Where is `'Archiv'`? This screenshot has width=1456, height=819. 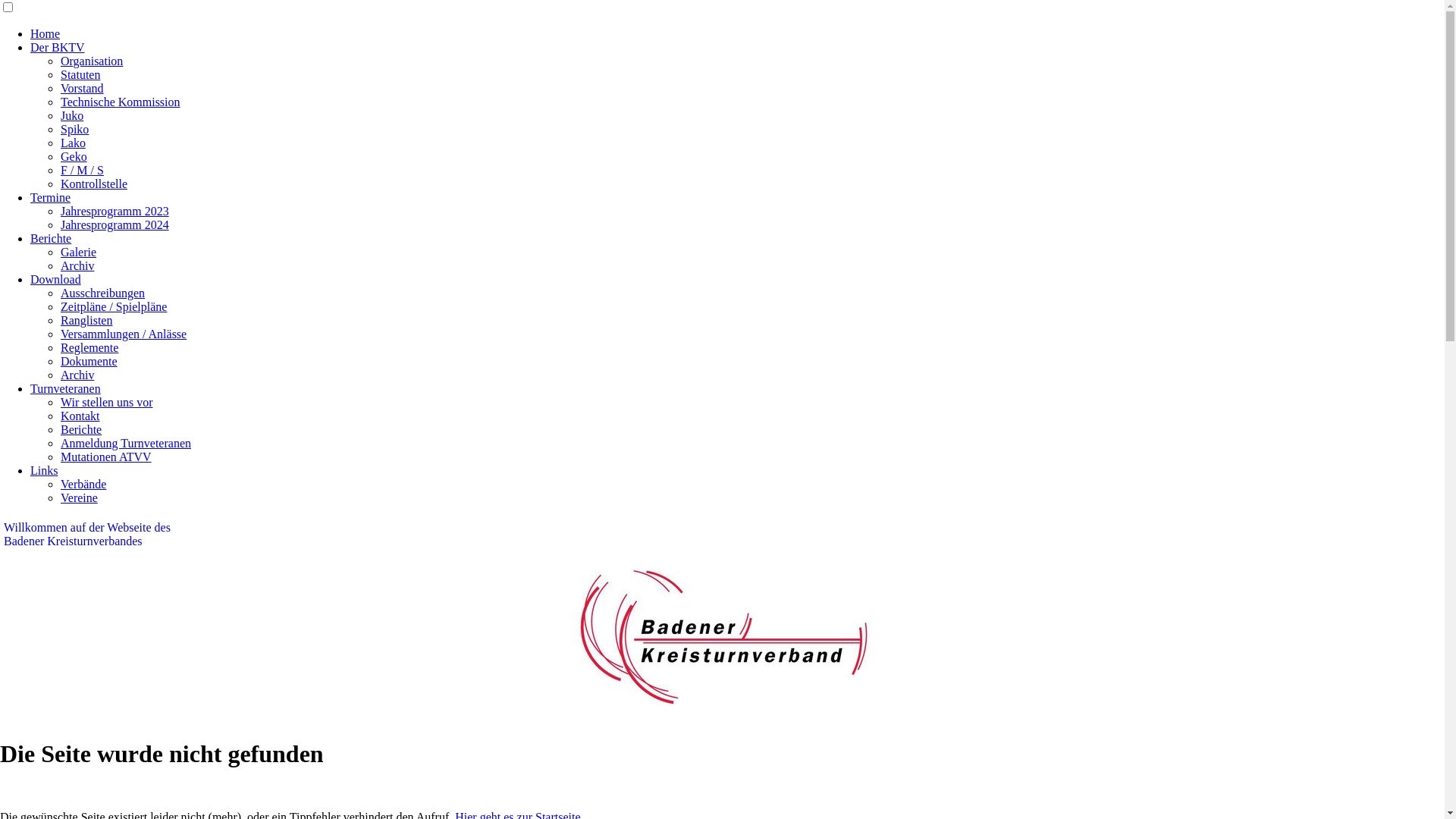
'Archiv' is located at coordinates (76, 375).